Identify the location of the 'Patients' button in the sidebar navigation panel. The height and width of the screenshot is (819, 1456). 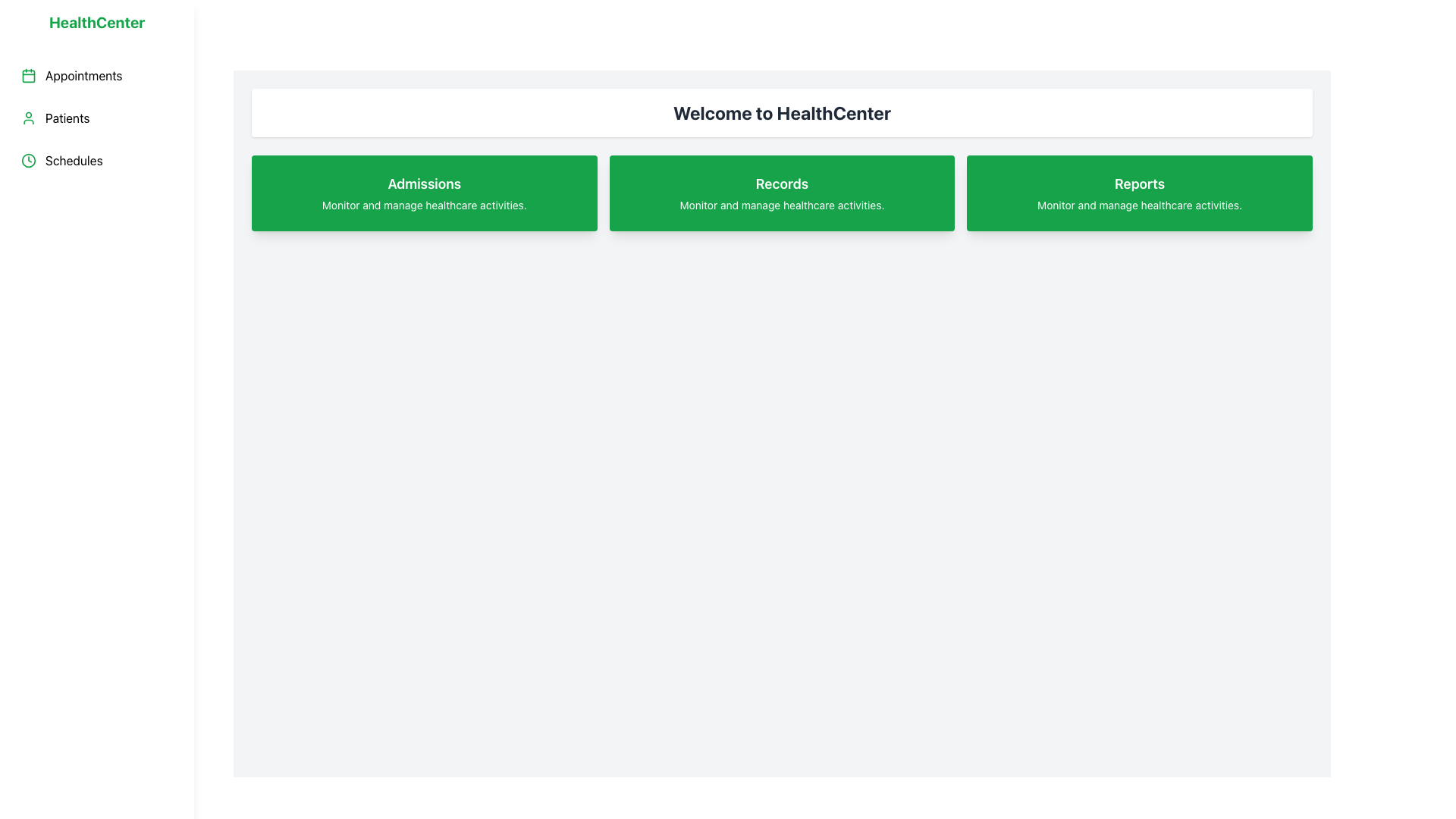
(96, 117).